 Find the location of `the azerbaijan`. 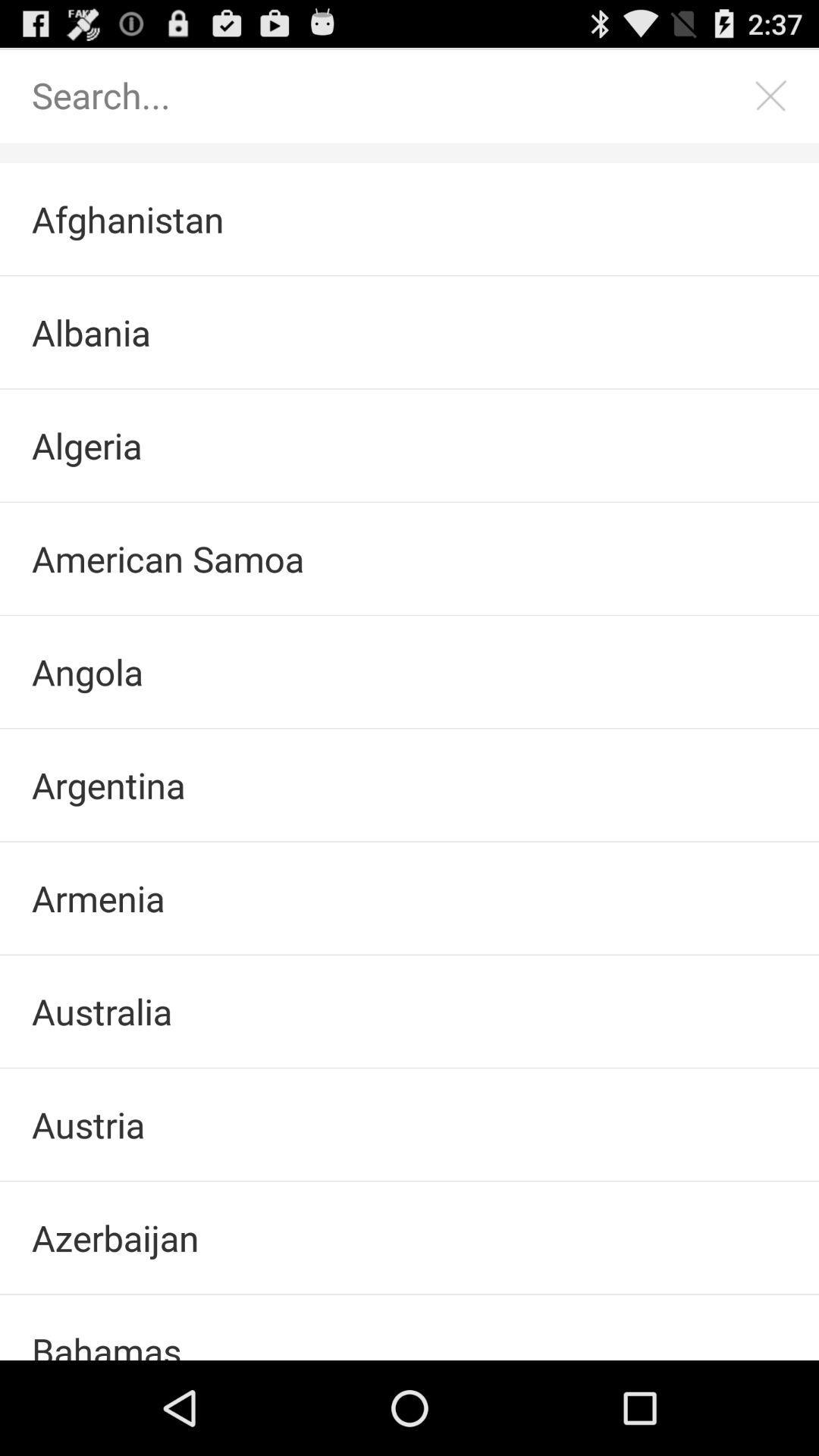

the azerbaijan is located at coordinates (409, 1238).